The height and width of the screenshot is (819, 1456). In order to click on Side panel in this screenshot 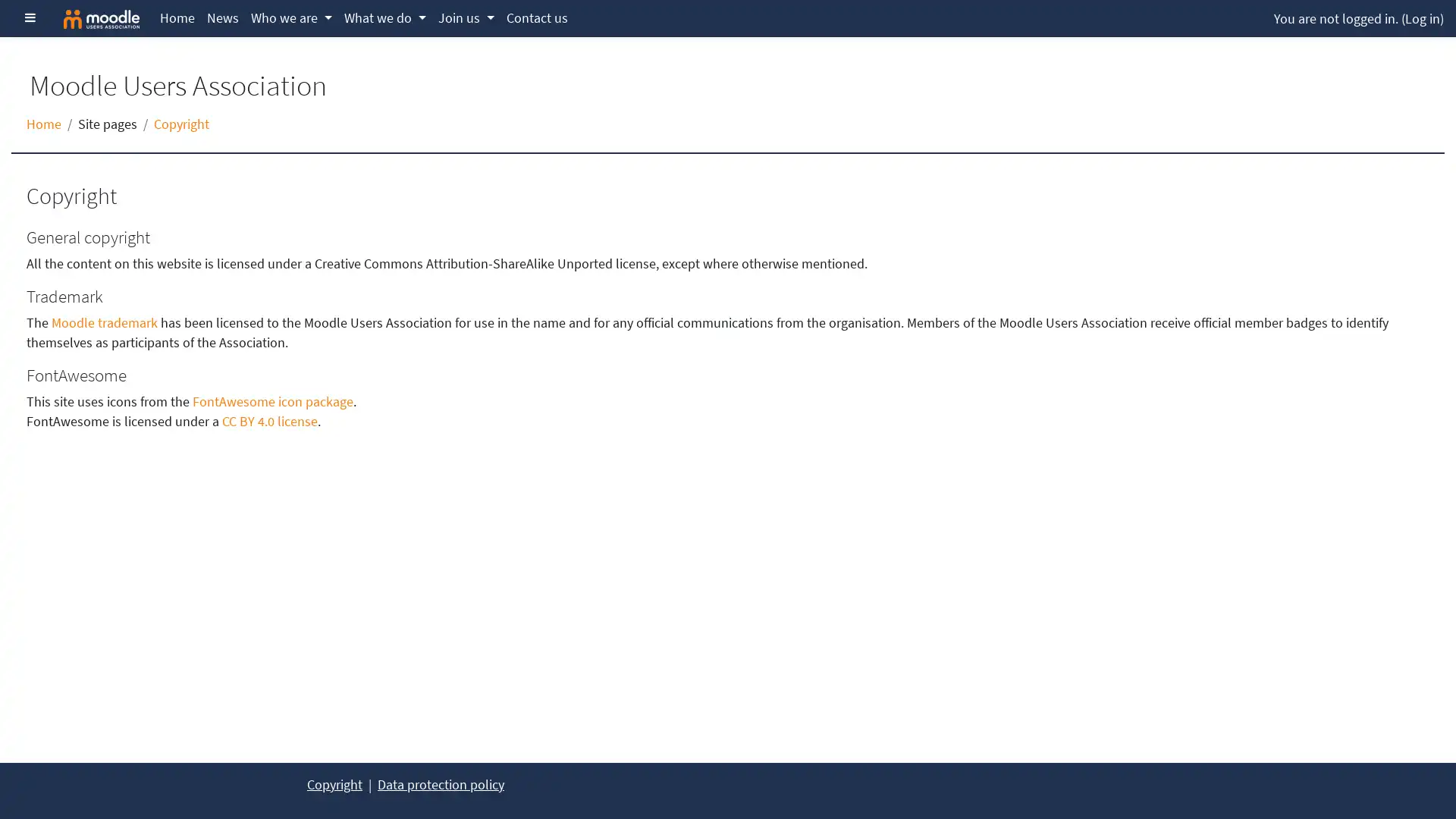, I will do `click(30, 17)`.